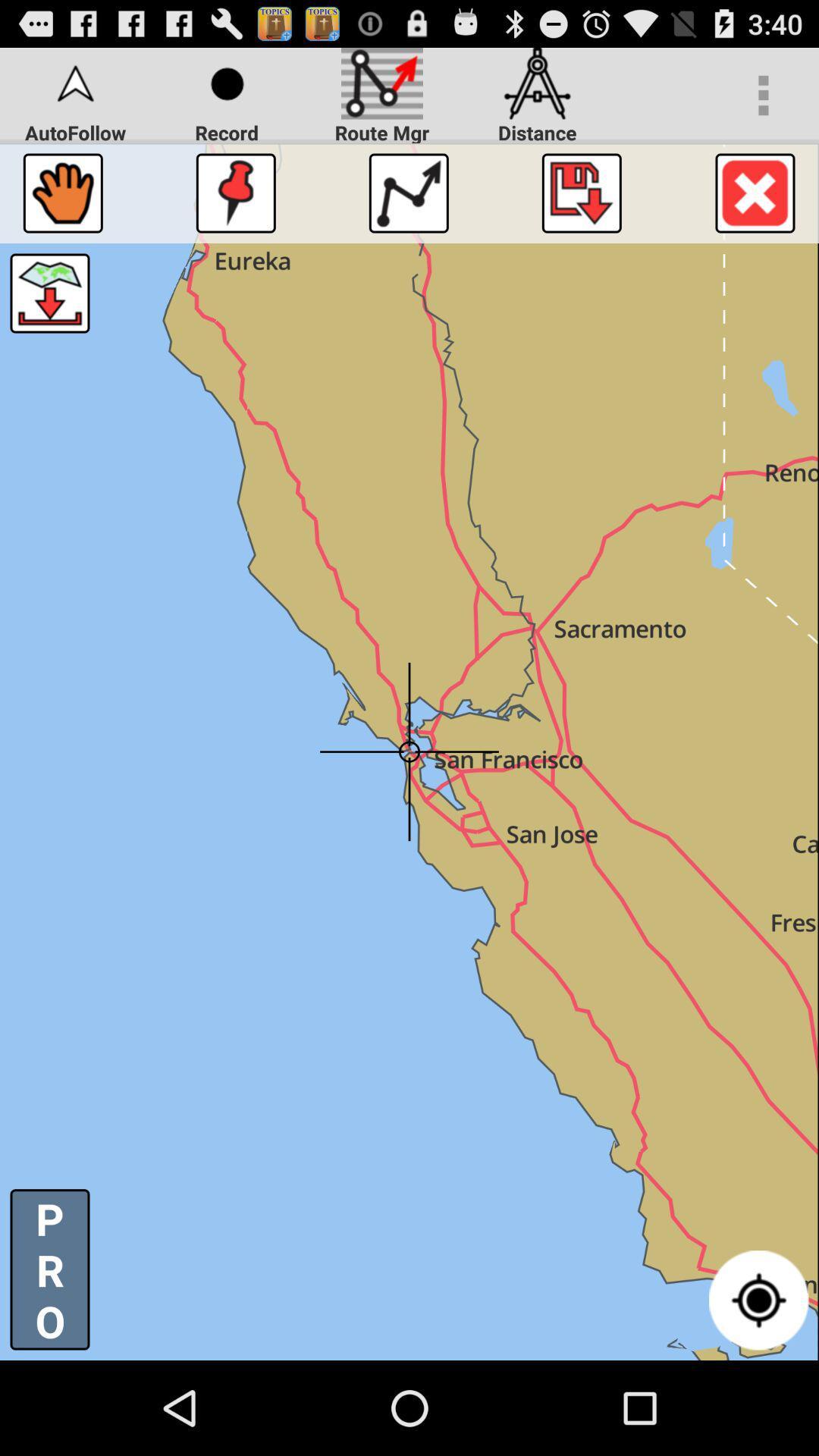  Describe the element at coordinates (581, 192) in the screenshot. I see `to disk` at that location.